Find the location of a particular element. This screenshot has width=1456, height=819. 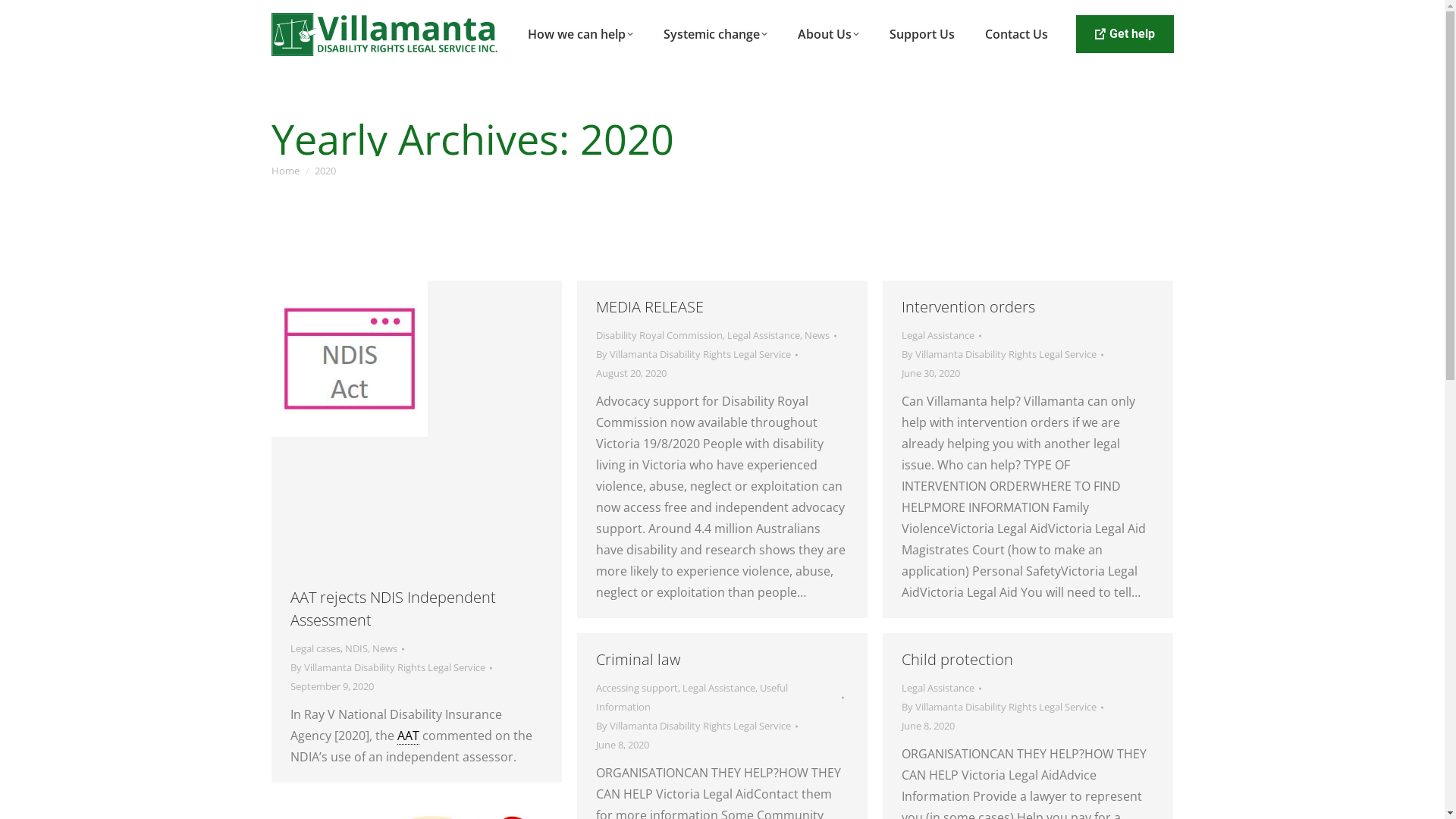

'Criminal law' is located at coordinates (638, 658).